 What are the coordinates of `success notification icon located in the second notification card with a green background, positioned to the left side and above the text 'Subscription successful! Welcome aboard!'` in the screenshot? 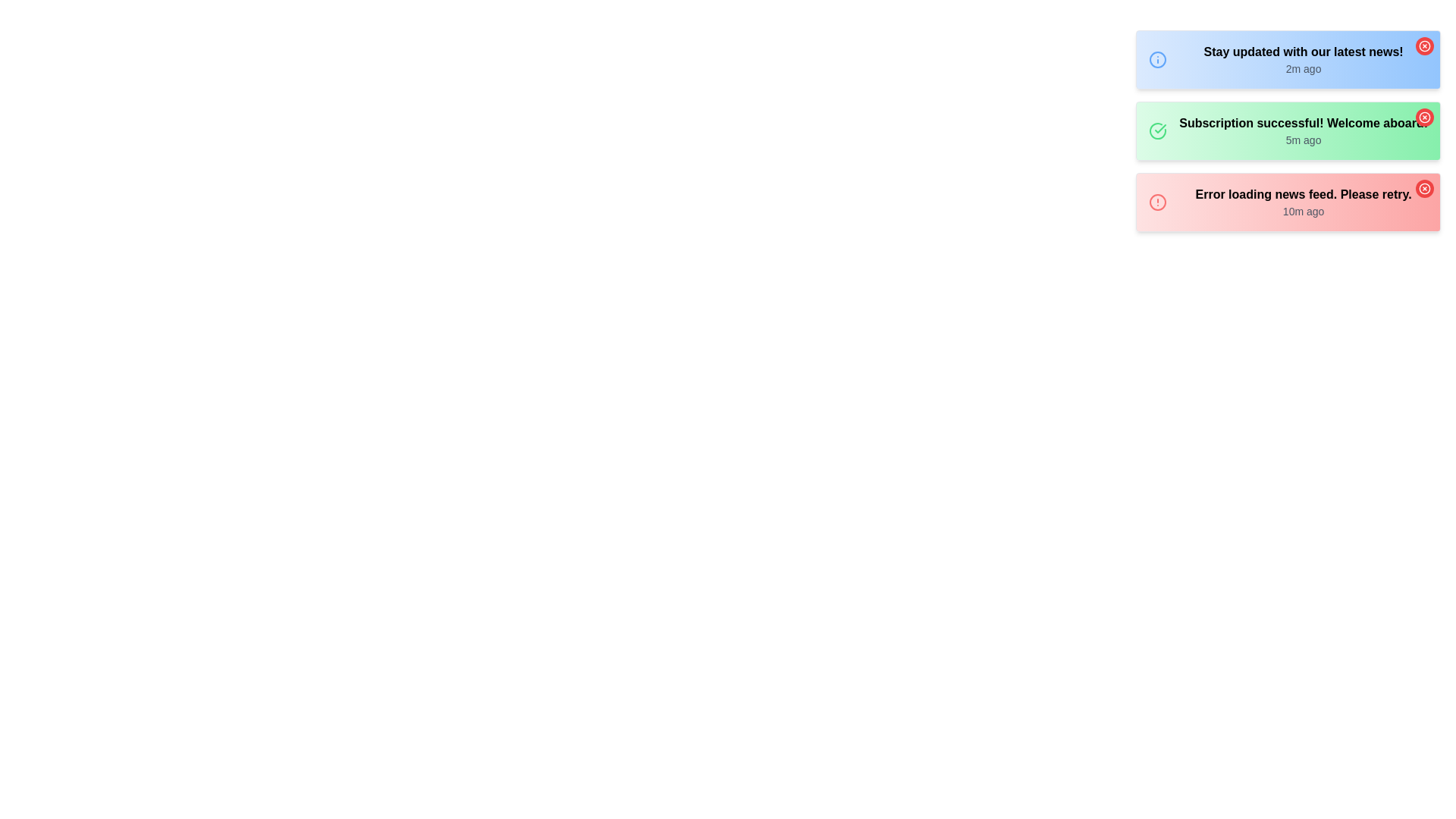 It's located at (1157, 130).